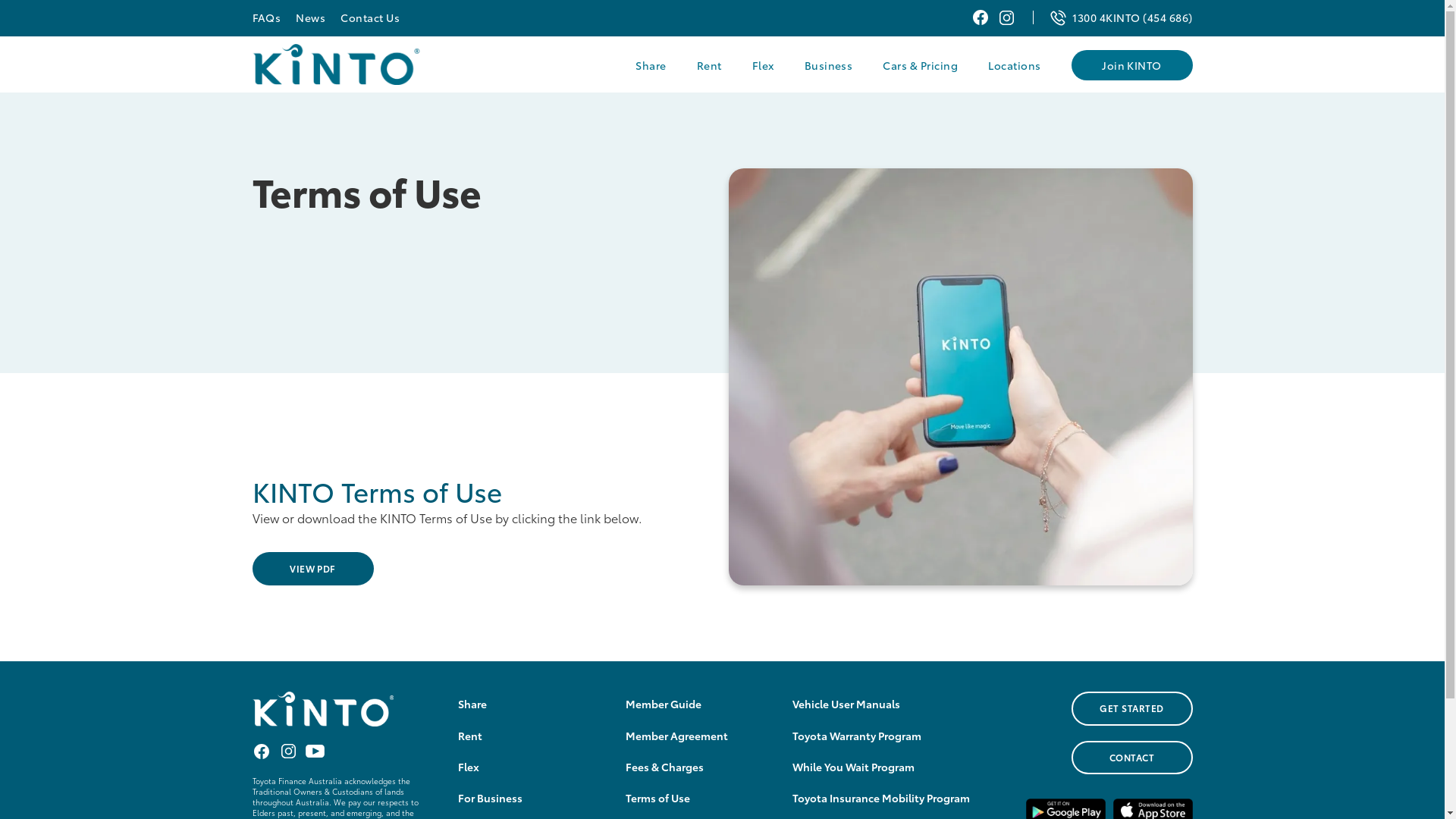  What do you see at coordinates (490, 797) in the screenshot?
I see `'For Business'` at bounding box center [490, 797].